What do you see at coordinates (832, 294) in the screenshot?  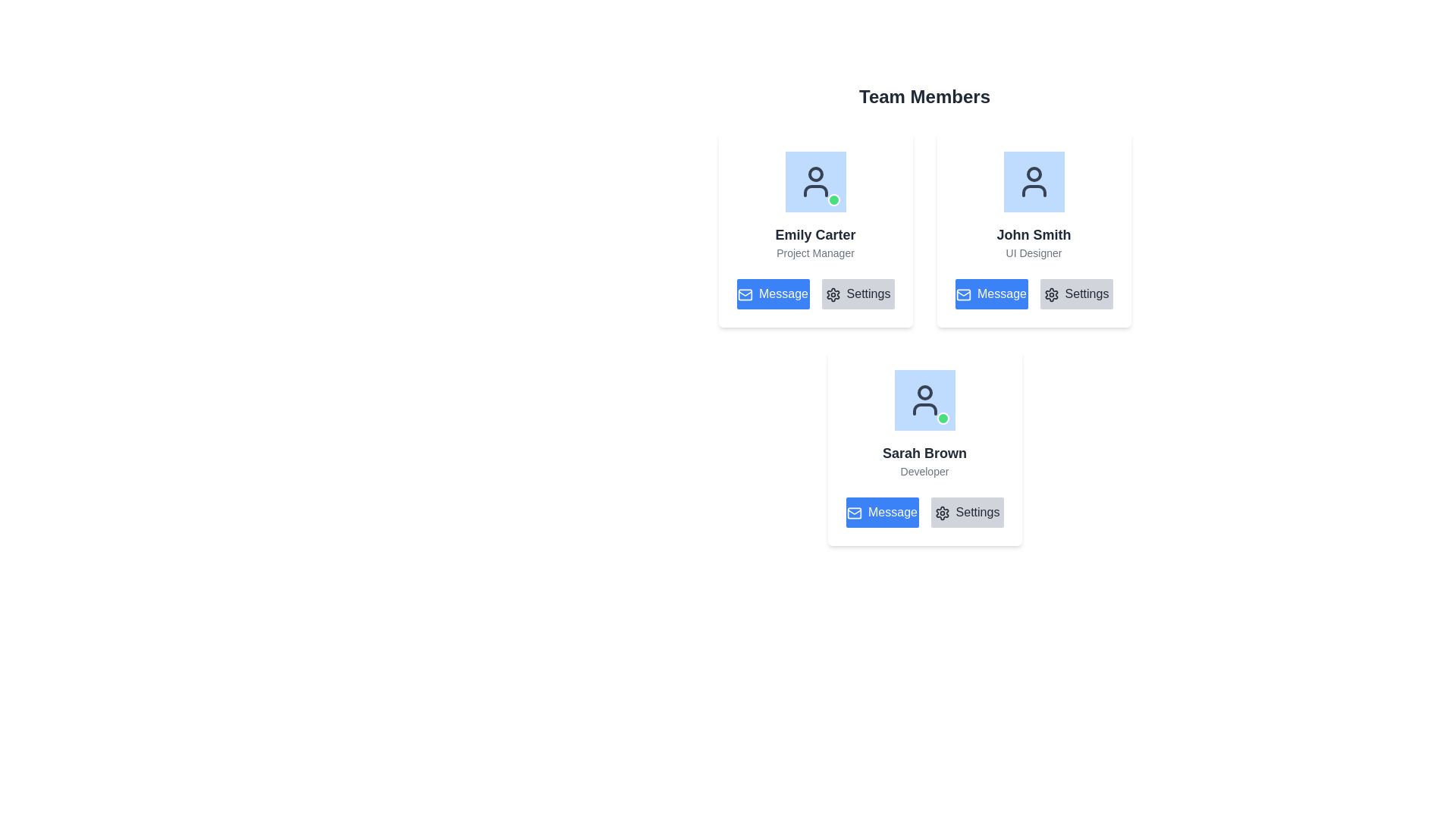 I see `the gear icon within the 'Settings' button on Emily Carter's profile card, which is the first graphical icon adjacent to the 'Message' button` at bounding box center [832, 294].